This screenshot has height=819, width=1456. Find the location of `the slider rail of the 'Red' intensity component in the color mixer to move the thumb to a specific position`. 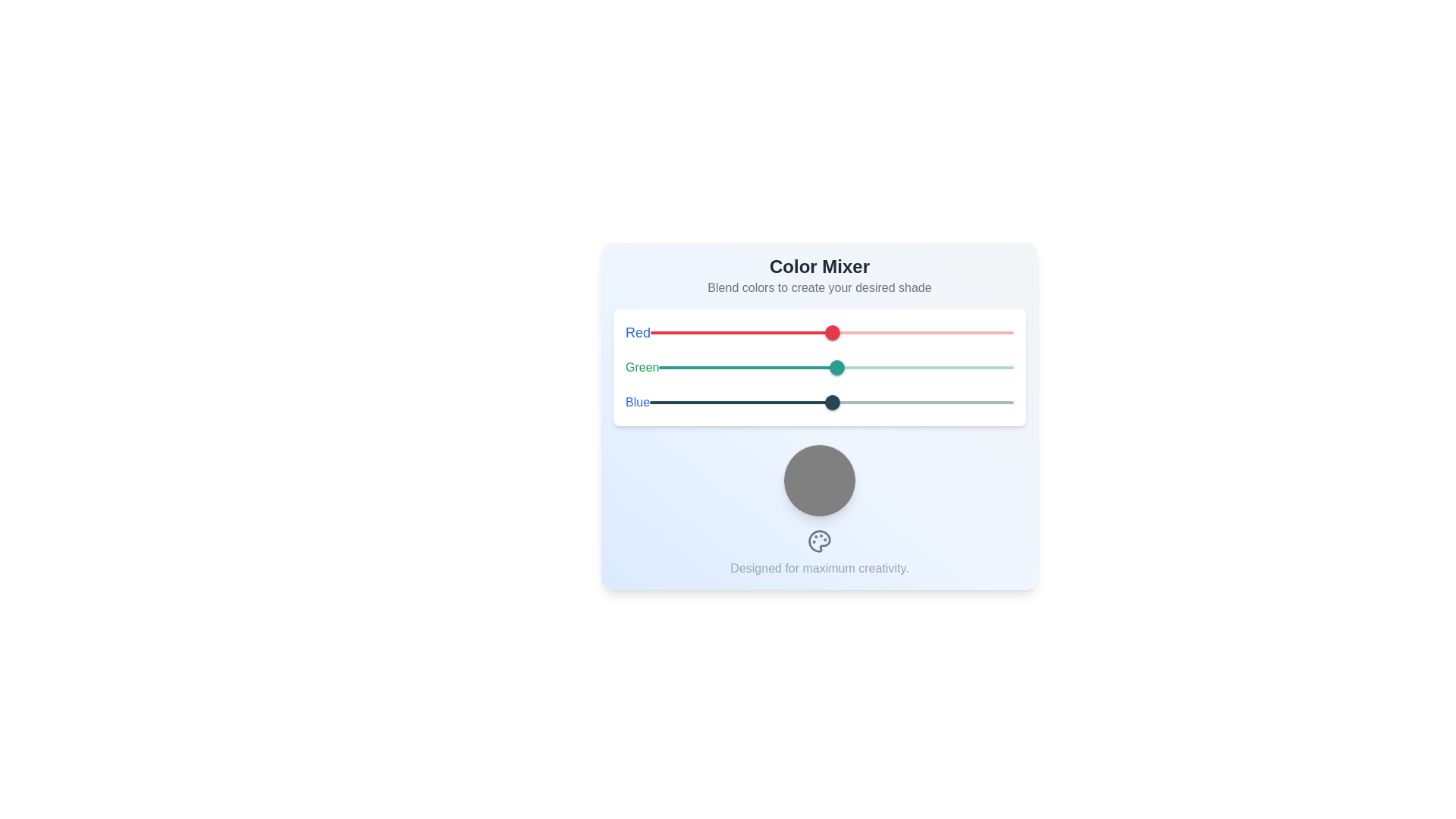

the slider rail of the 'Red' intensity component in the color mixer to move the thumb to a specific position is located at coordinates (831, 332).